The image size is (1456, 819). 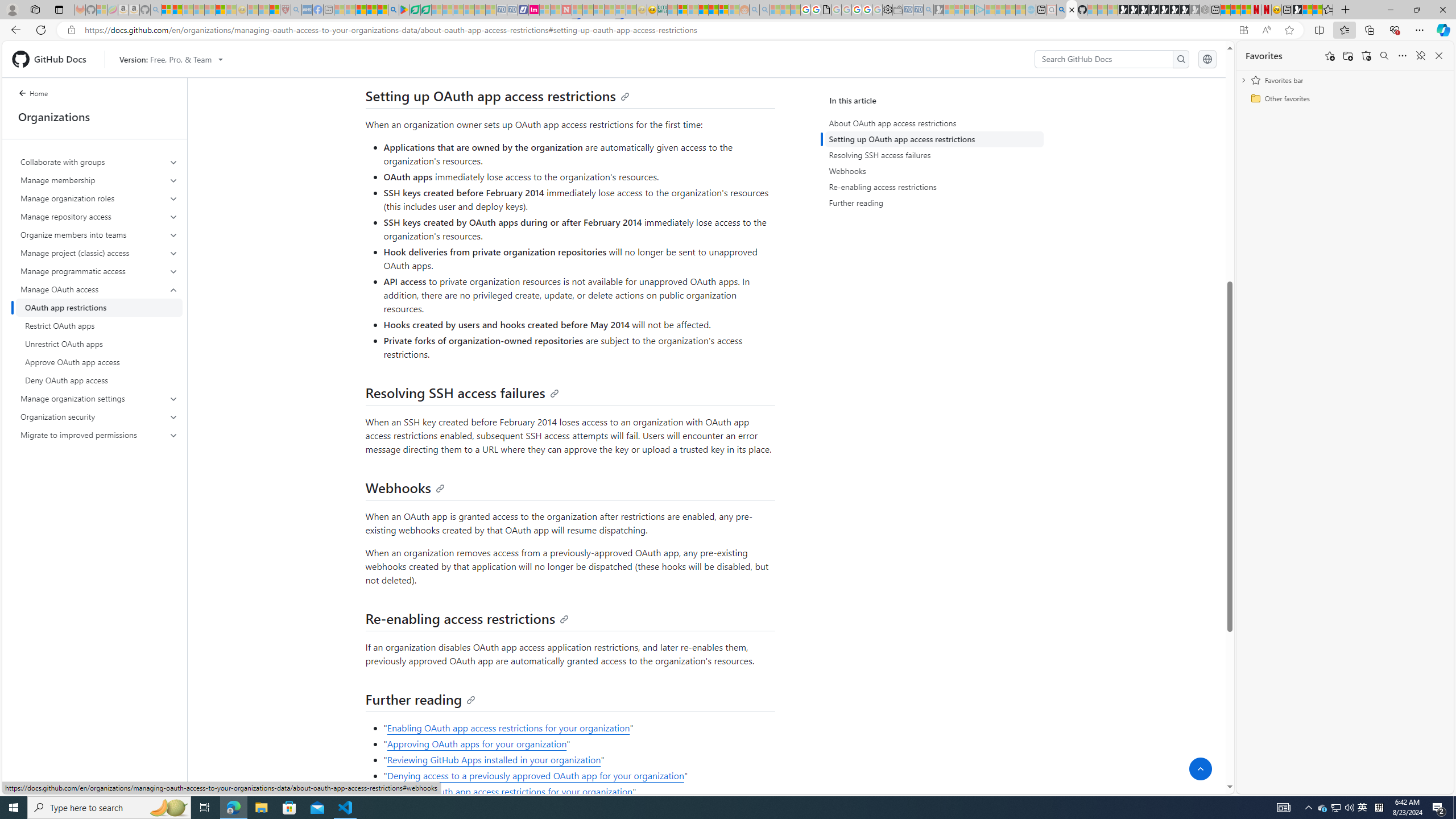 I want to click on 'Deny OAuth app access', so click(x=99, y=379).